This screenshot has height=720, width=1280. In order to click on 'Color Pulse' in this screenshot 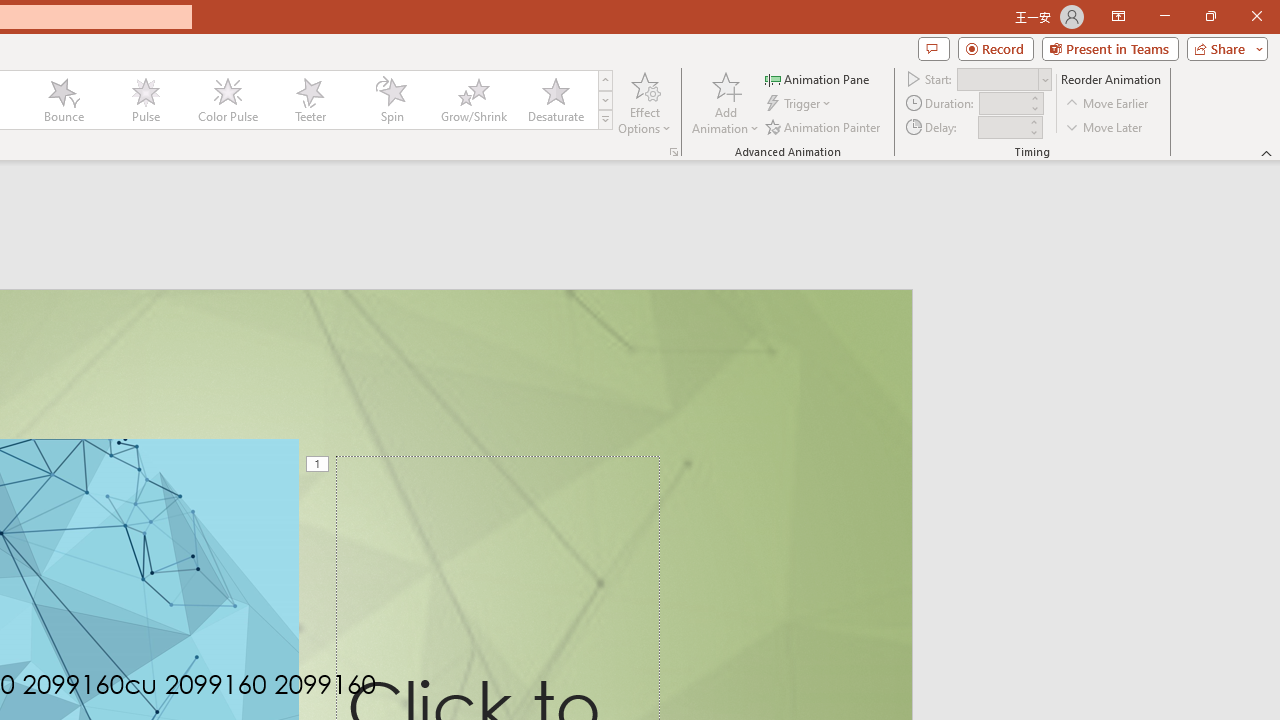, I will do `click(227, 100)`.